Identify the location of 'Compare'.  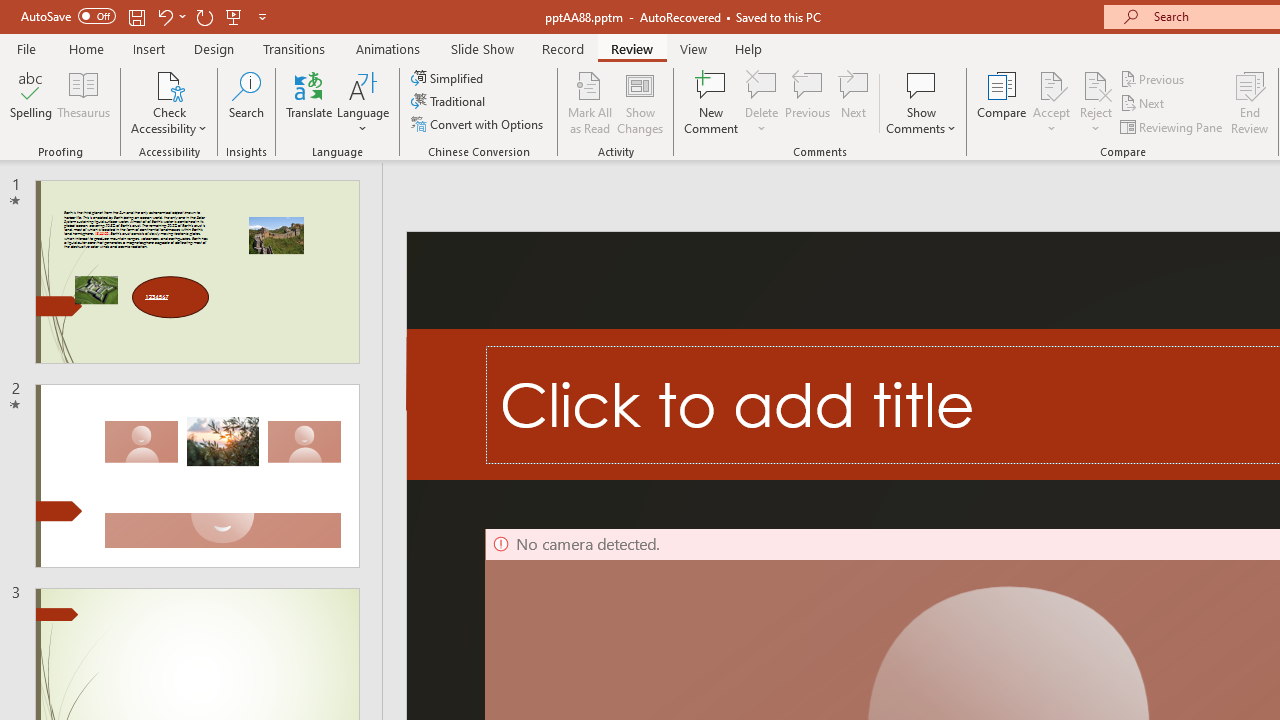
(1002, 103).